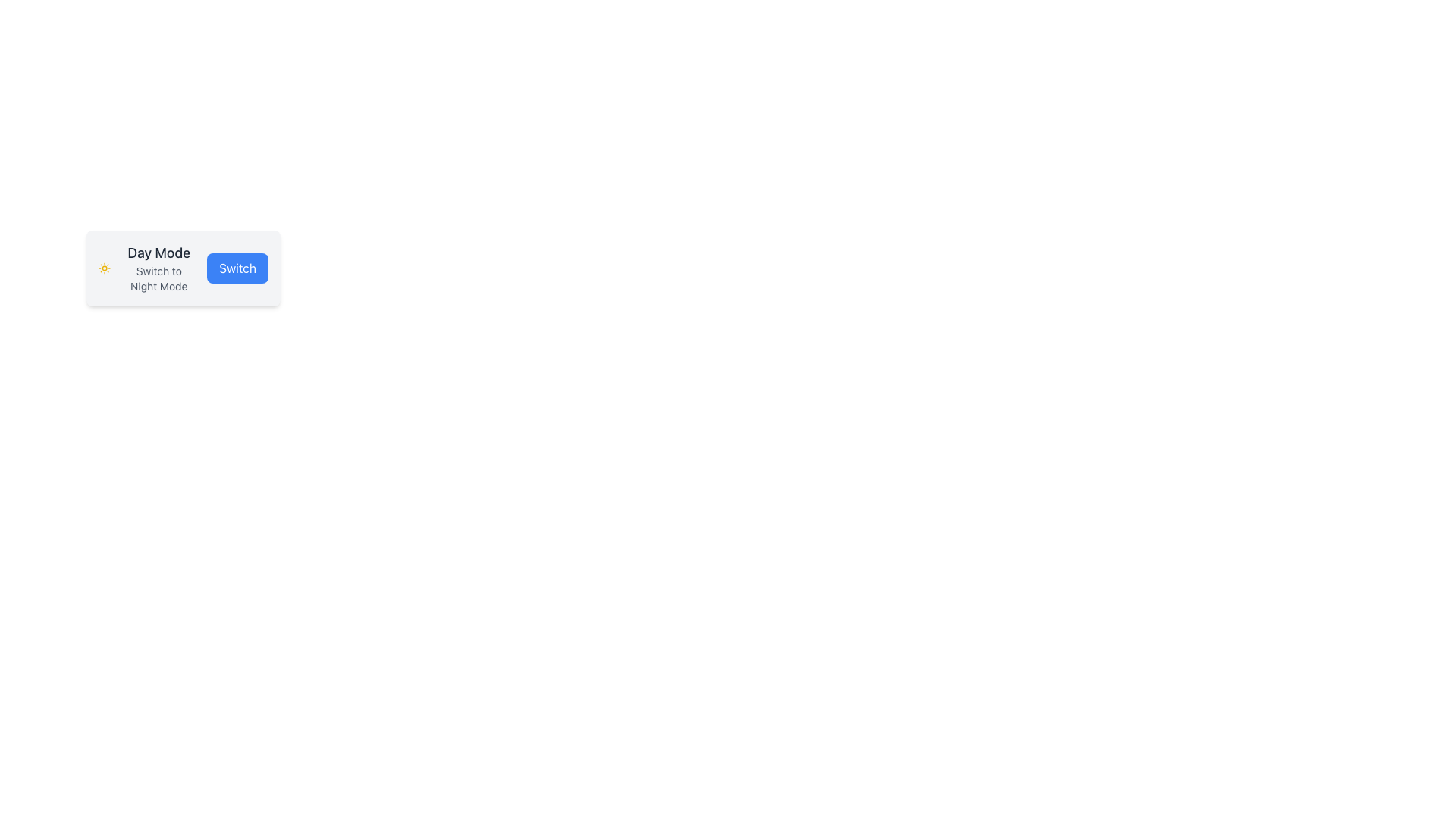 The width and height of the screenshot is (1456, 819). I want to click on the Text Label indicating night mode functionality, located directly below the 'Day Mode' text in the vertical stack, so click(158, 278).